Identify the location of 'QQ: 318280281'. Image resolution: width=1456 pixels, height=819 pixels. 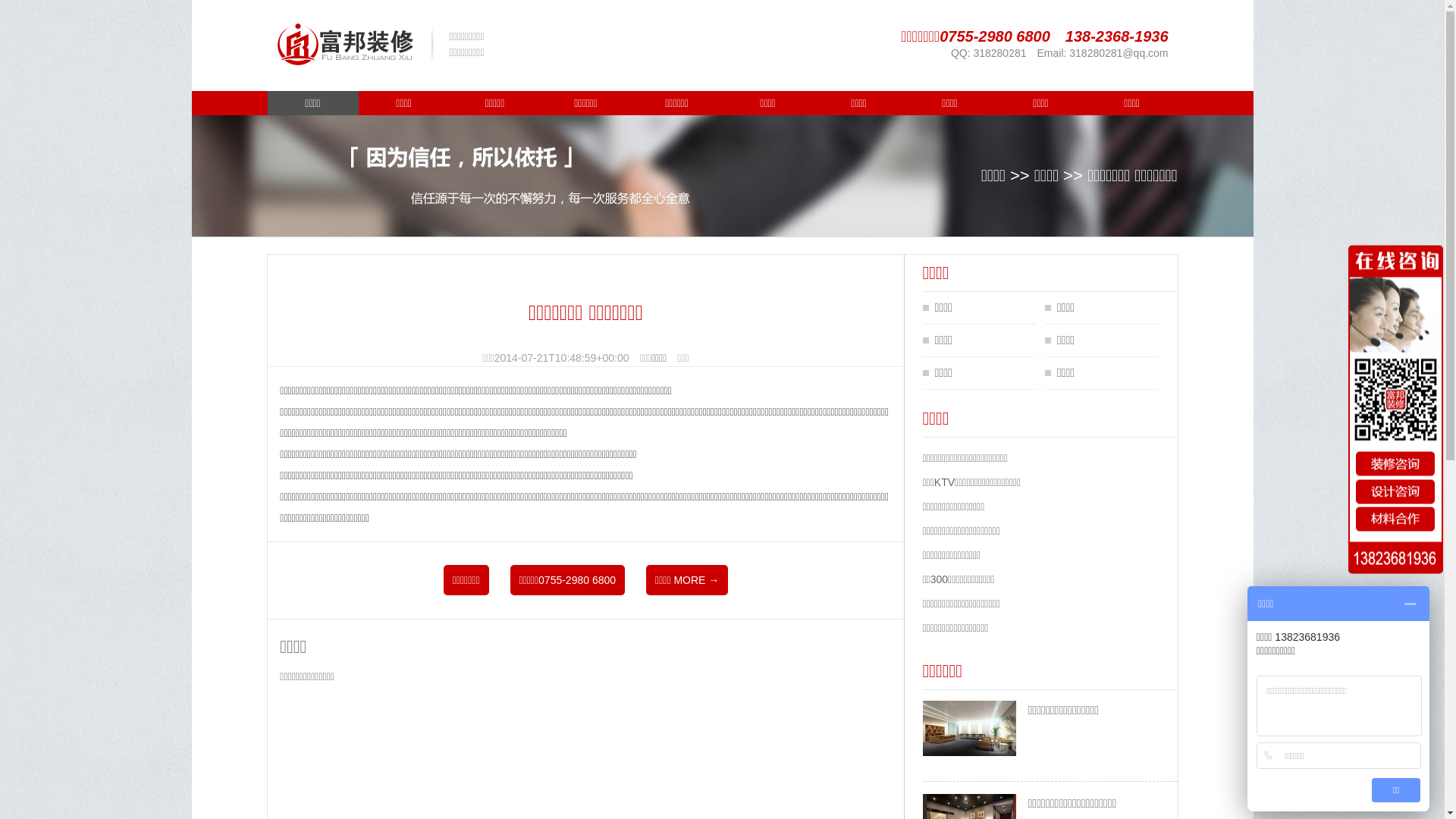
(949, 52).